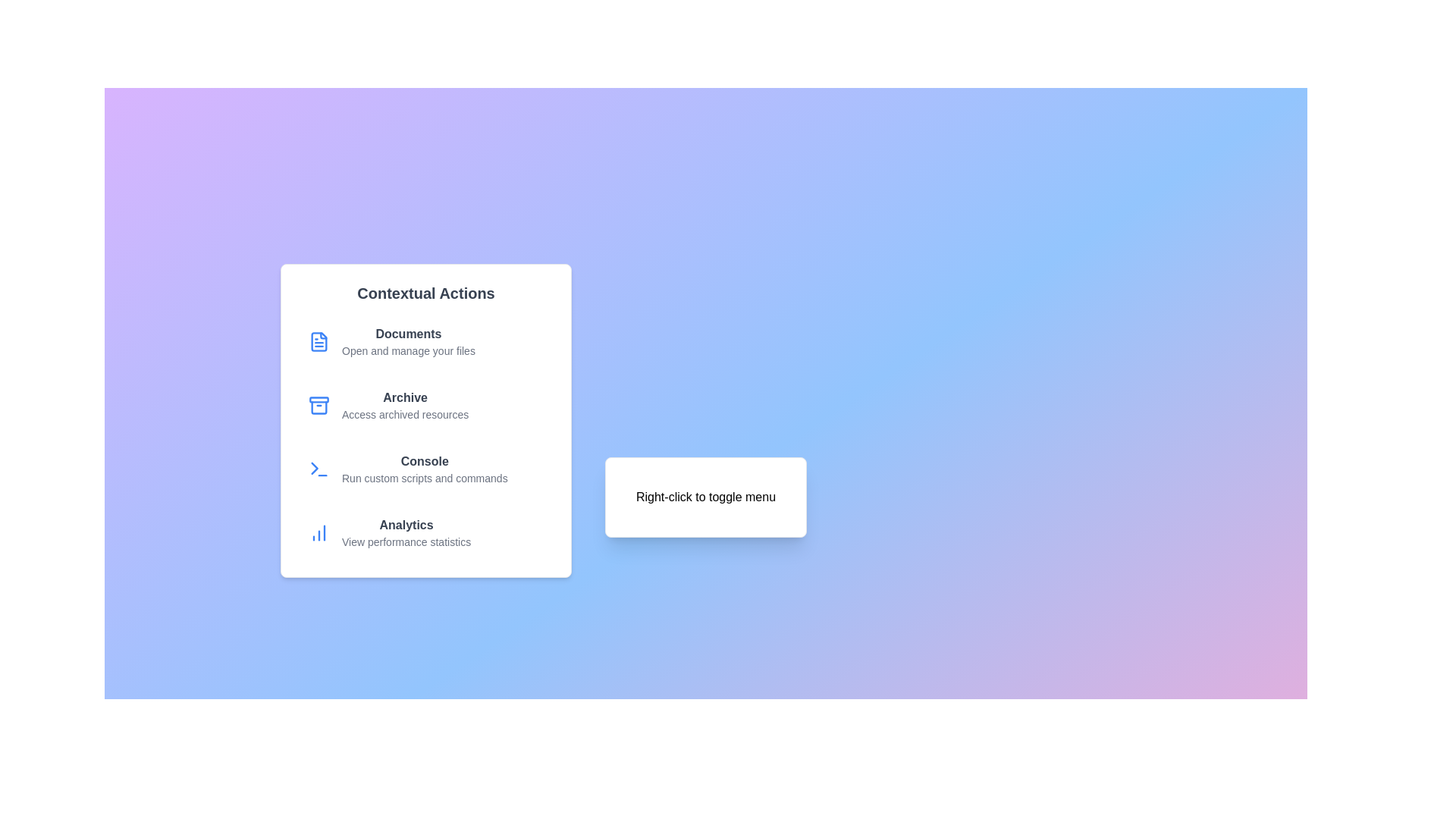 This screenshot has height=819, width=1456. What do you see at coordinates (425, 342) in the screenshot?
I see `the menu option Documents to execute its action` at bounding box center [425, 342].